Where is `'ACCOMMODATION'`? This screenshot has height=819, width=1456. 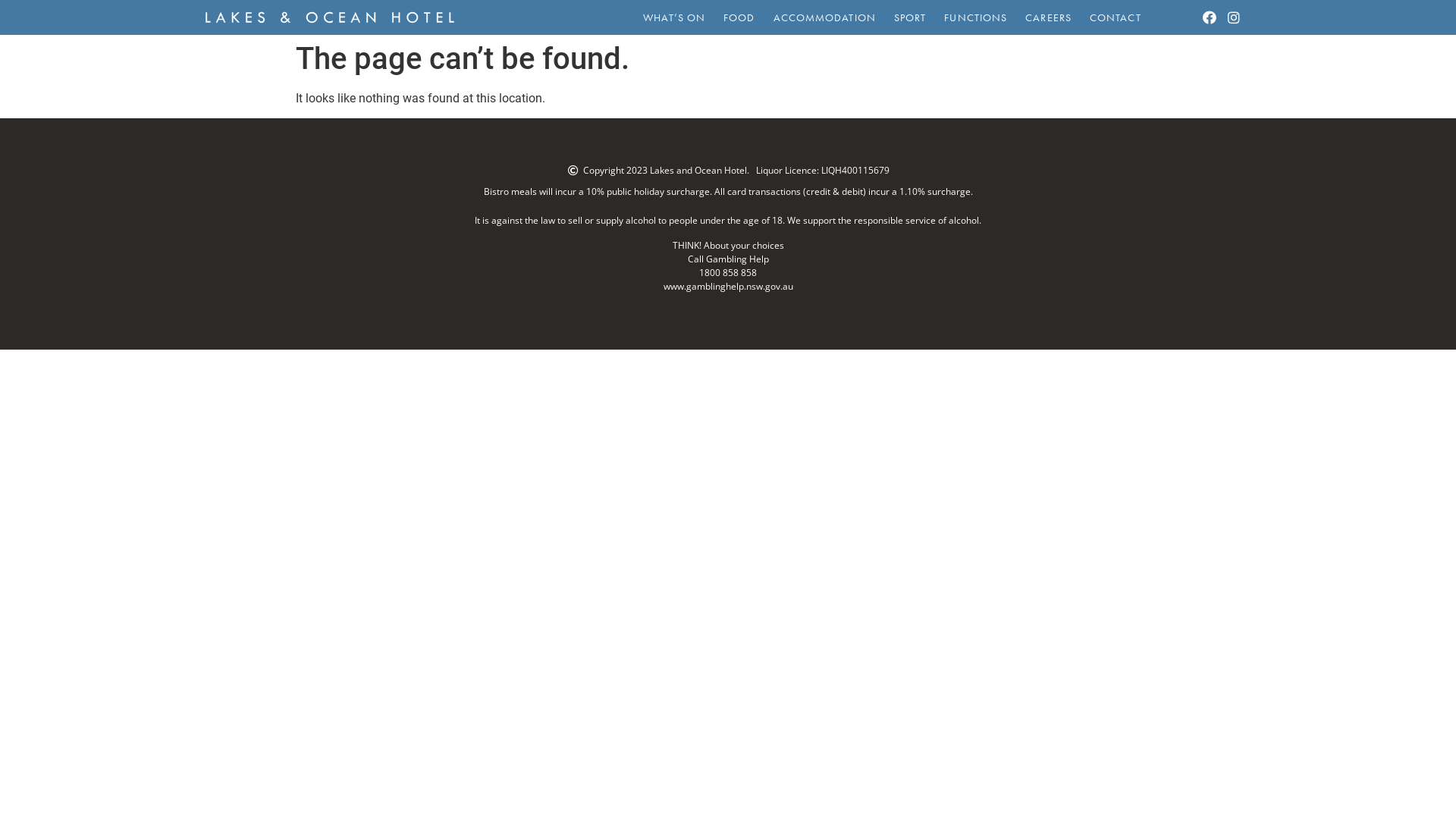
'ACCOMMODATION' is located at coordinates (764, 17).